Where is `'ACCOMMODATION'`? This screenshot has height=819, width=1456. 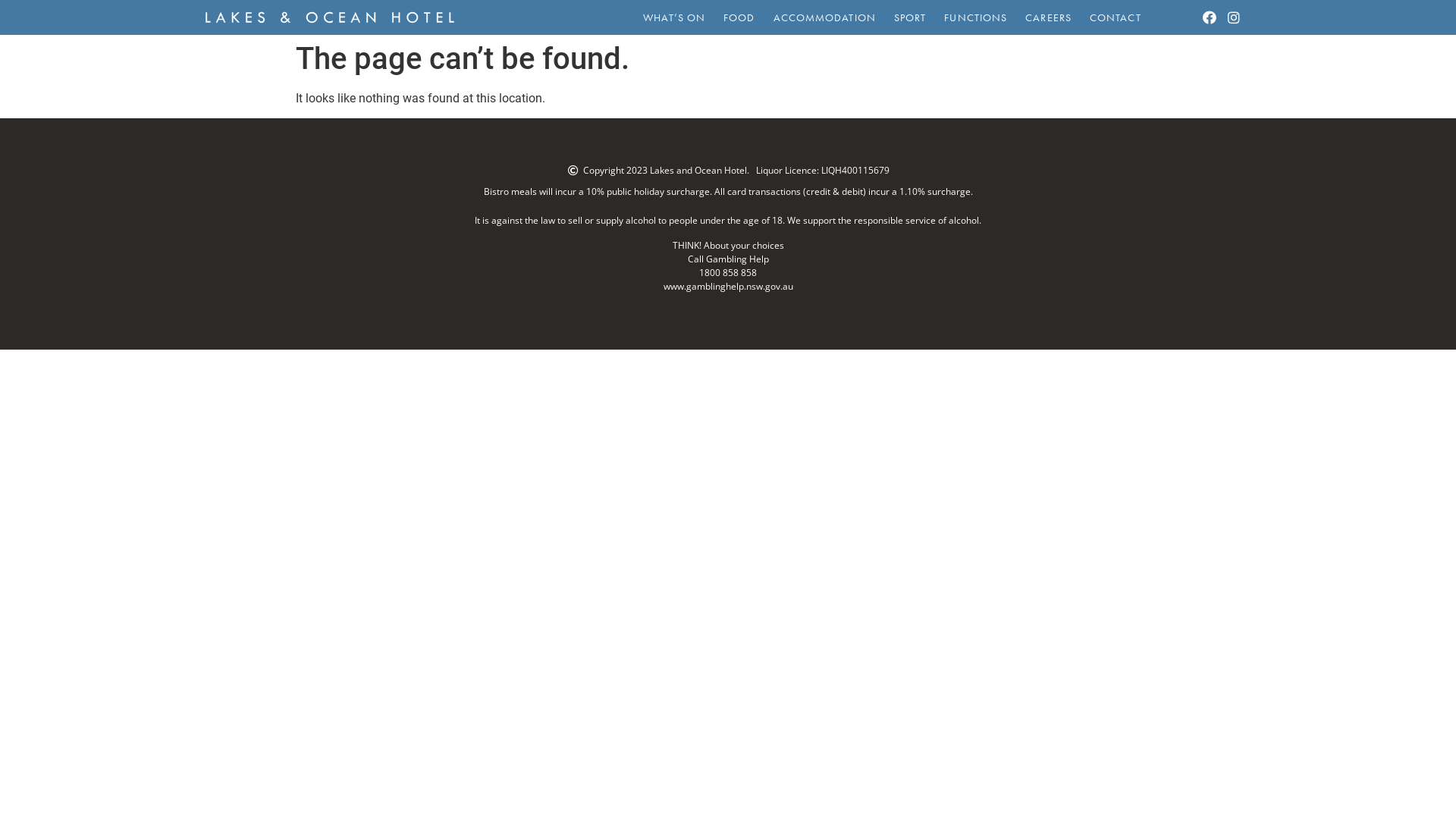
'ACCOMMODATION' is located at coordinates (764, 17).